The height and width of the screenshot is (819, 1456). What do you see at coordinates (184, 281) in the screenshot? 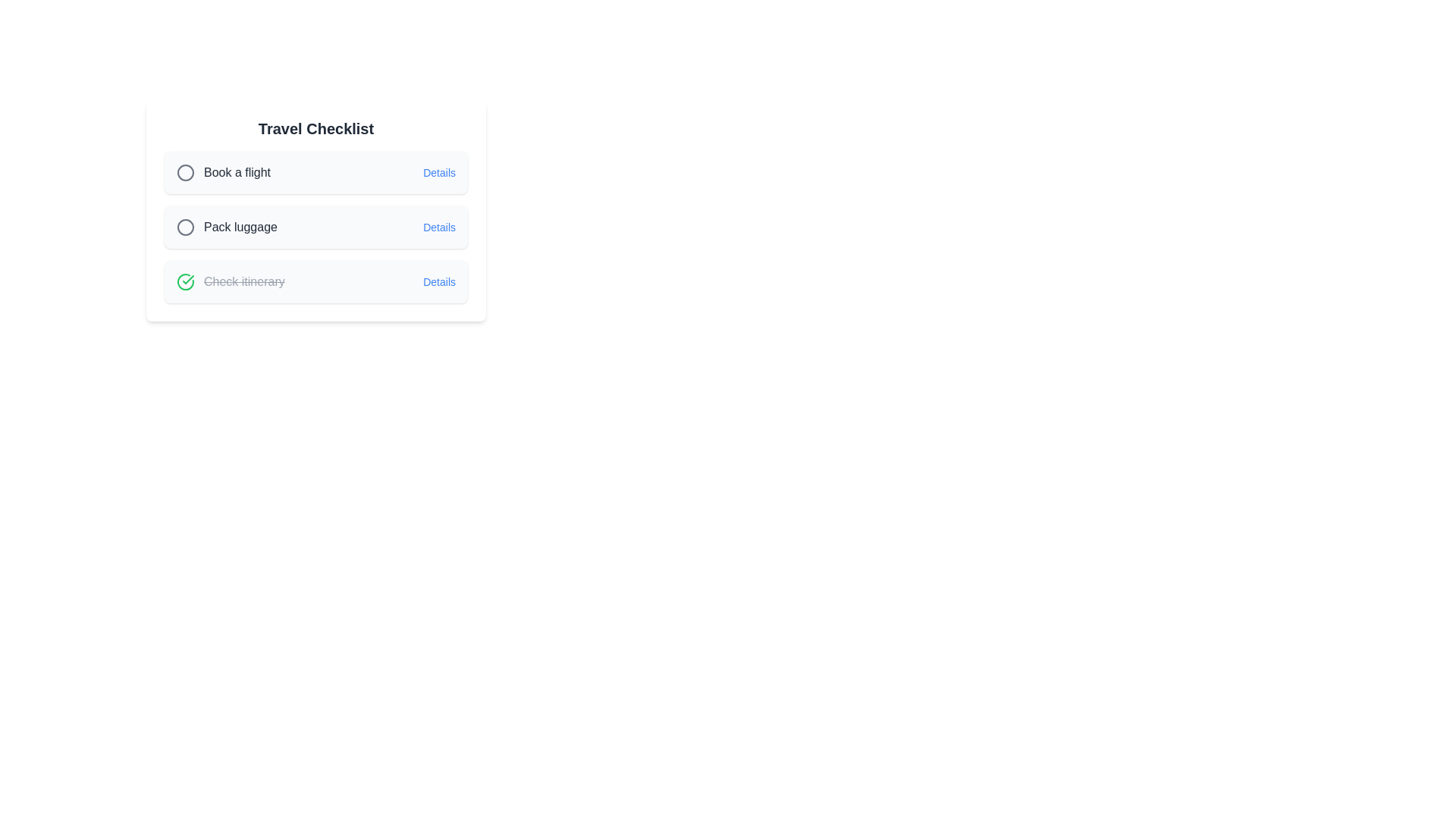
I see `information associated with the 'Check itinerary' icon, which is located in the third row of the 'Travel Checklist' list, to the left of the text 'Check itinerary'` at bounding box center [184, 281].